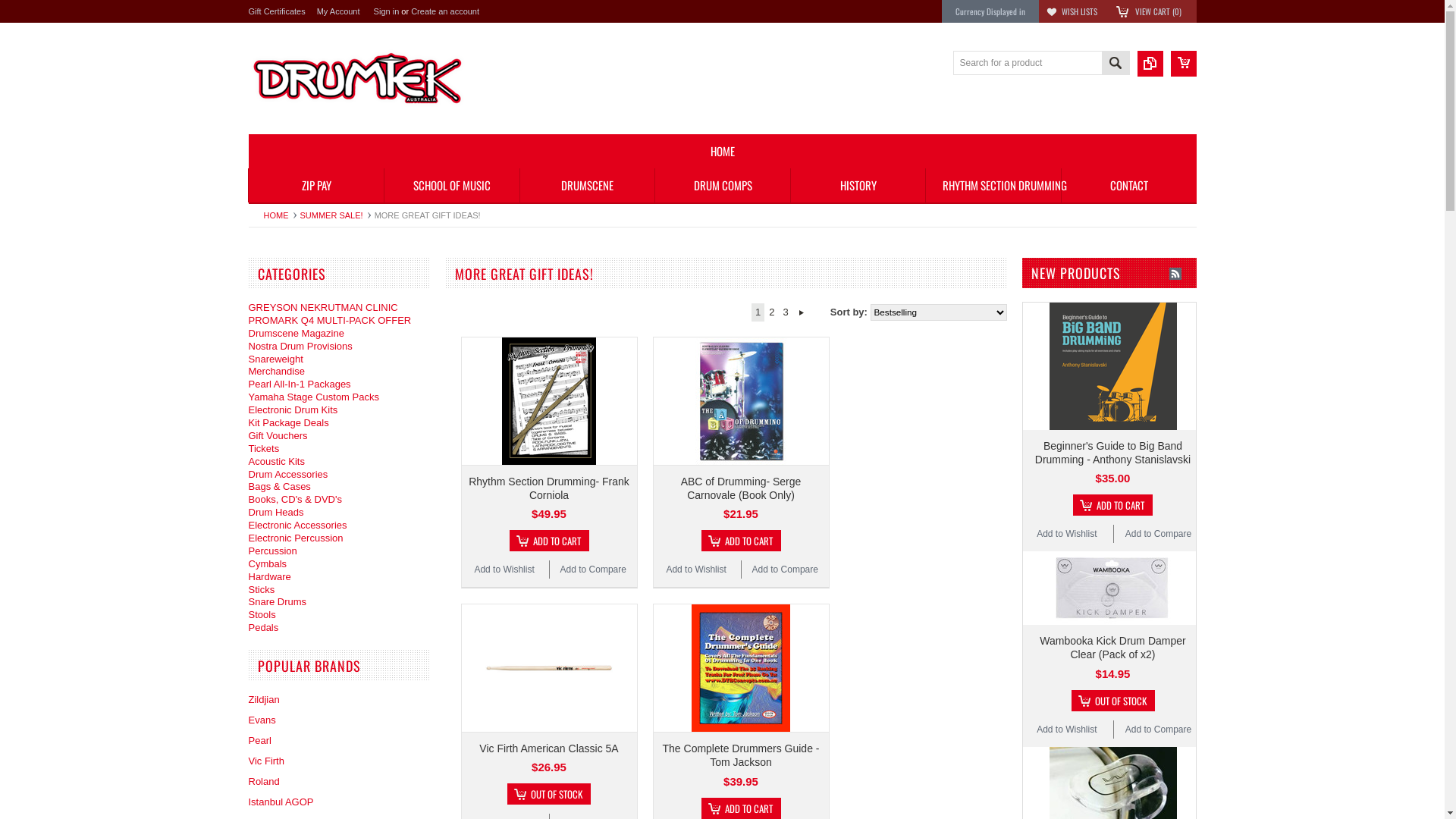 The width and height of the screenshot is (1456, 819). What do you see at coordinates (262, 719) in the screenshot?
I see `'Evans'` at bounding box center [262, 719].